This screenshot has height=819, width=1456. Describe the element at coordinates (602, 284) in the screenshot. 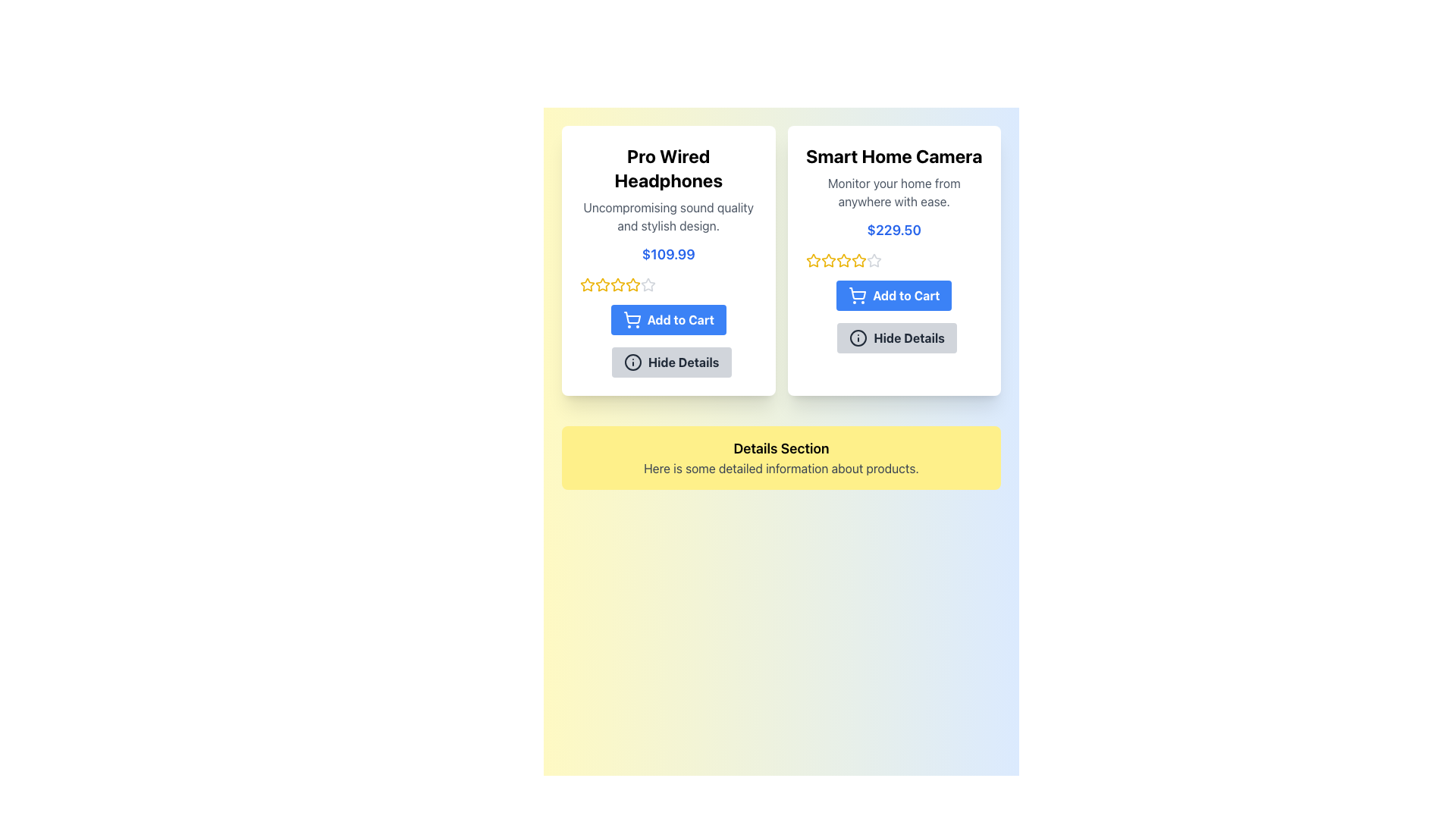

I see `the third star icon in the 6-star rating system for the 'Pro Wired Headphones' product` at that location.